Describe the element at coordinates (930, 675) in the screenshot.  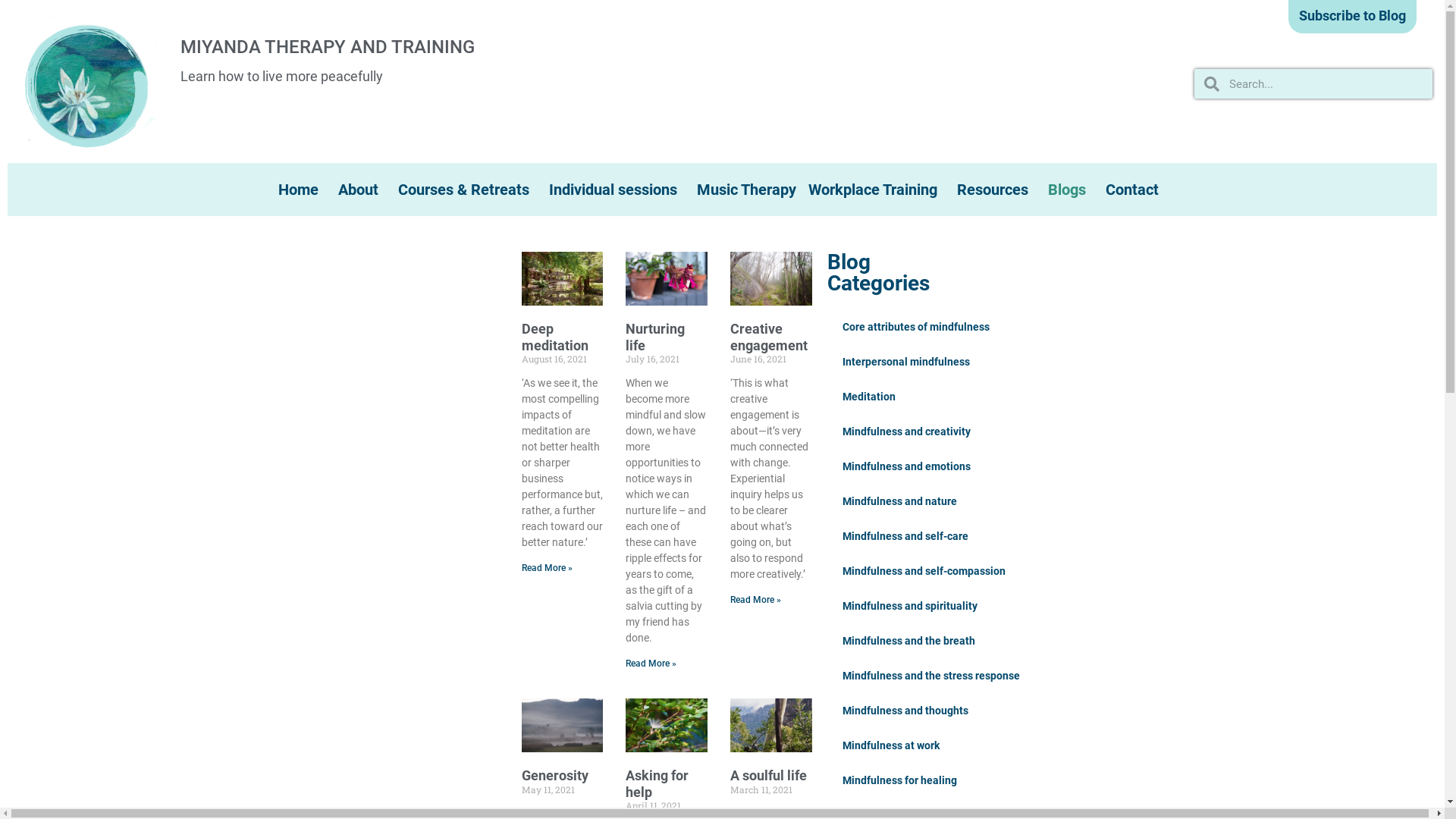
I see `'Mindfulness and the stress response'` at that location.